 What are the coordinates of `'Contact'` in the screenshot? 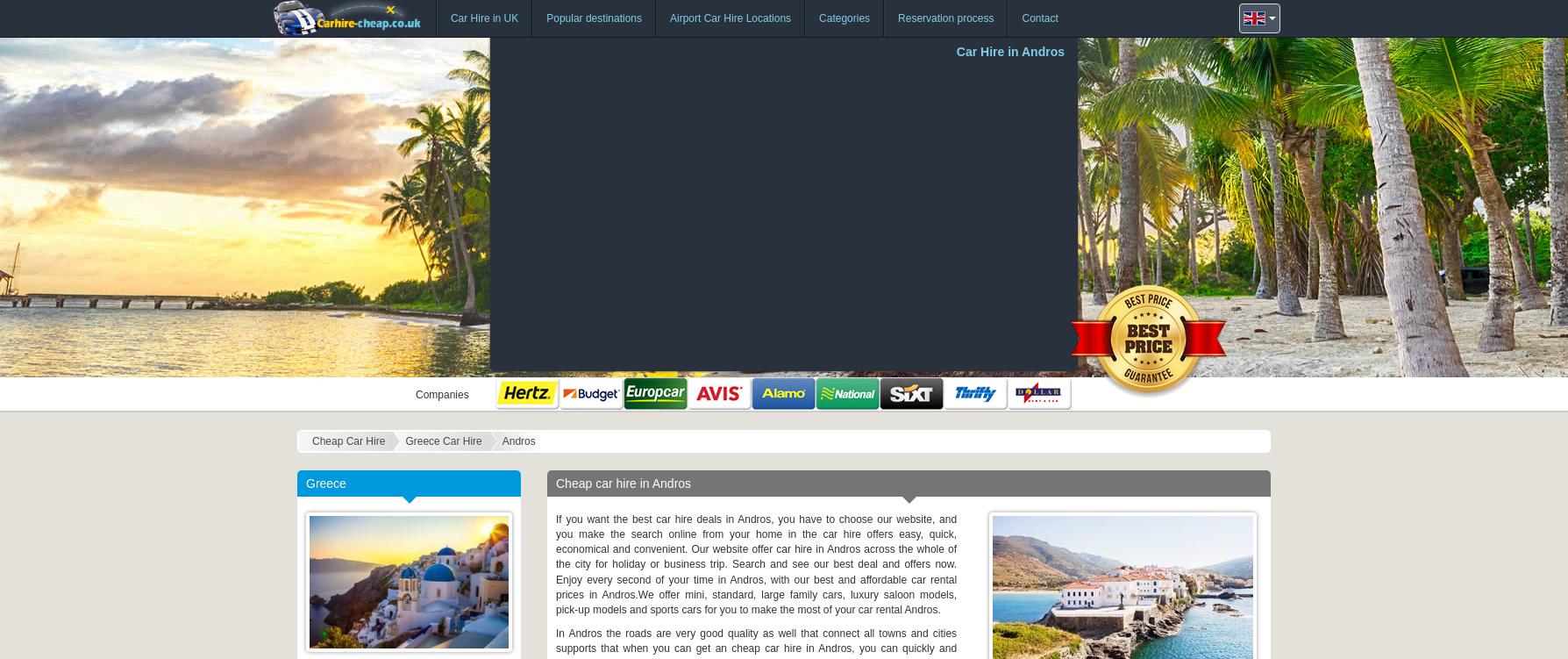 It's located at (1021, 18).